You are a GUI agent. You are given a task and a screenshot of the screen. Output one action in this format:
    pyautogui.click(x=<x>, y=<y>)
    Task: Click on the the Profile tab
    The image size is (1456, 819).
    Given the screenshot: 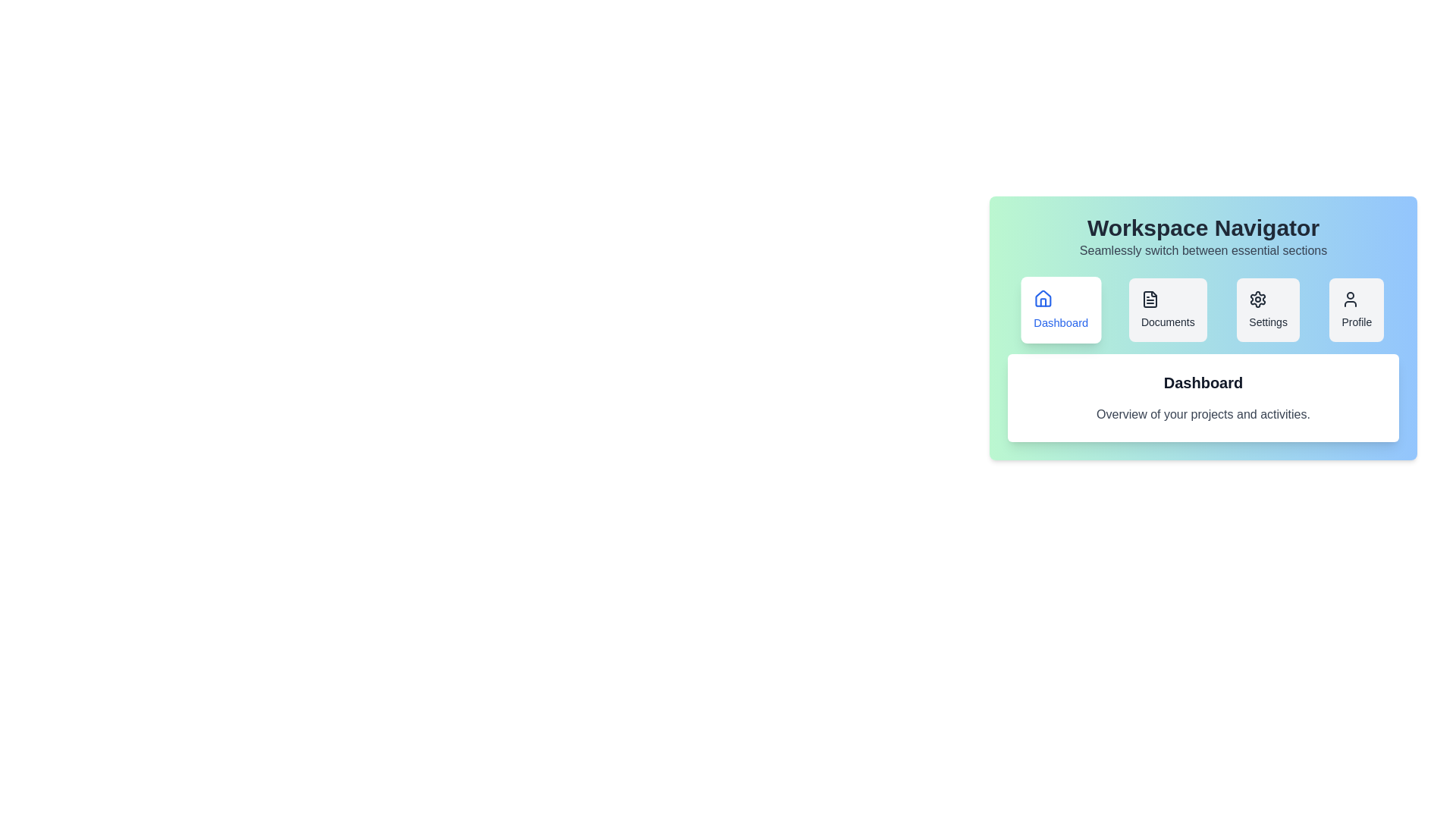 What is the action you would take?
    pyautogui.click(x=1357, y=309)
    